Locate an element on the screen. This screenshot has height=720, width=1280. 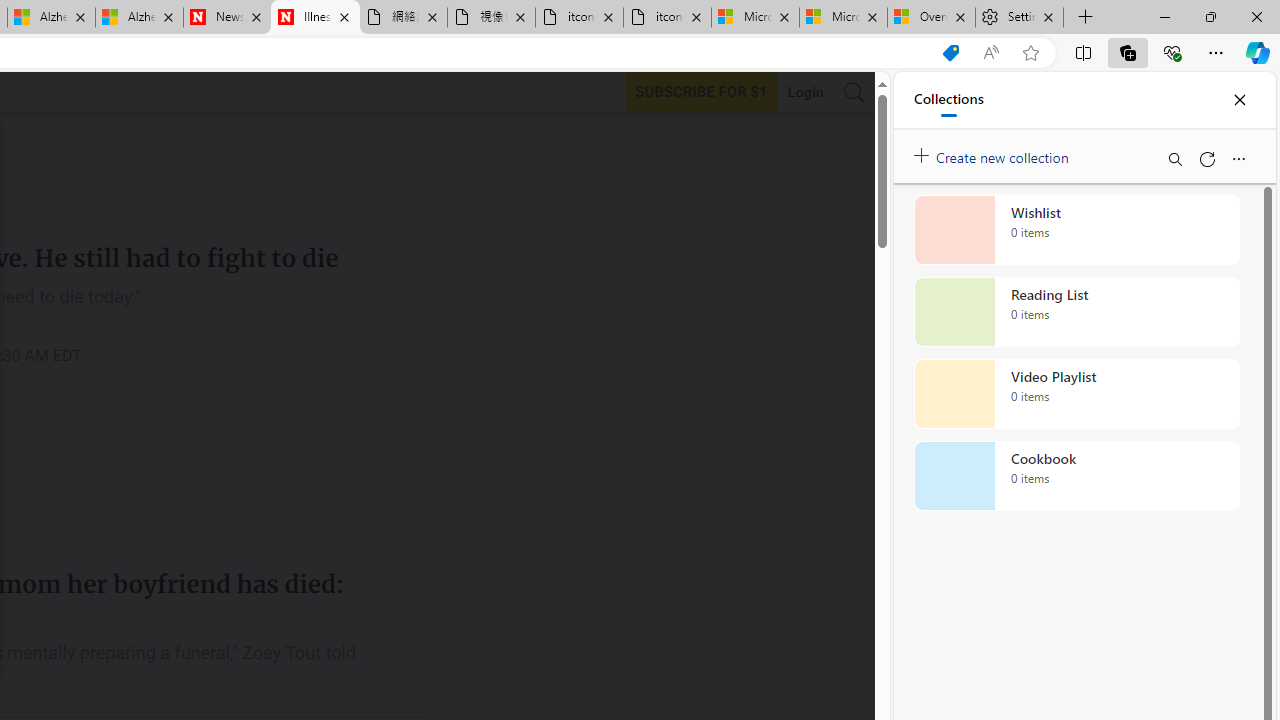
'Subscribe to our service' is located at coordinates (701, 91).